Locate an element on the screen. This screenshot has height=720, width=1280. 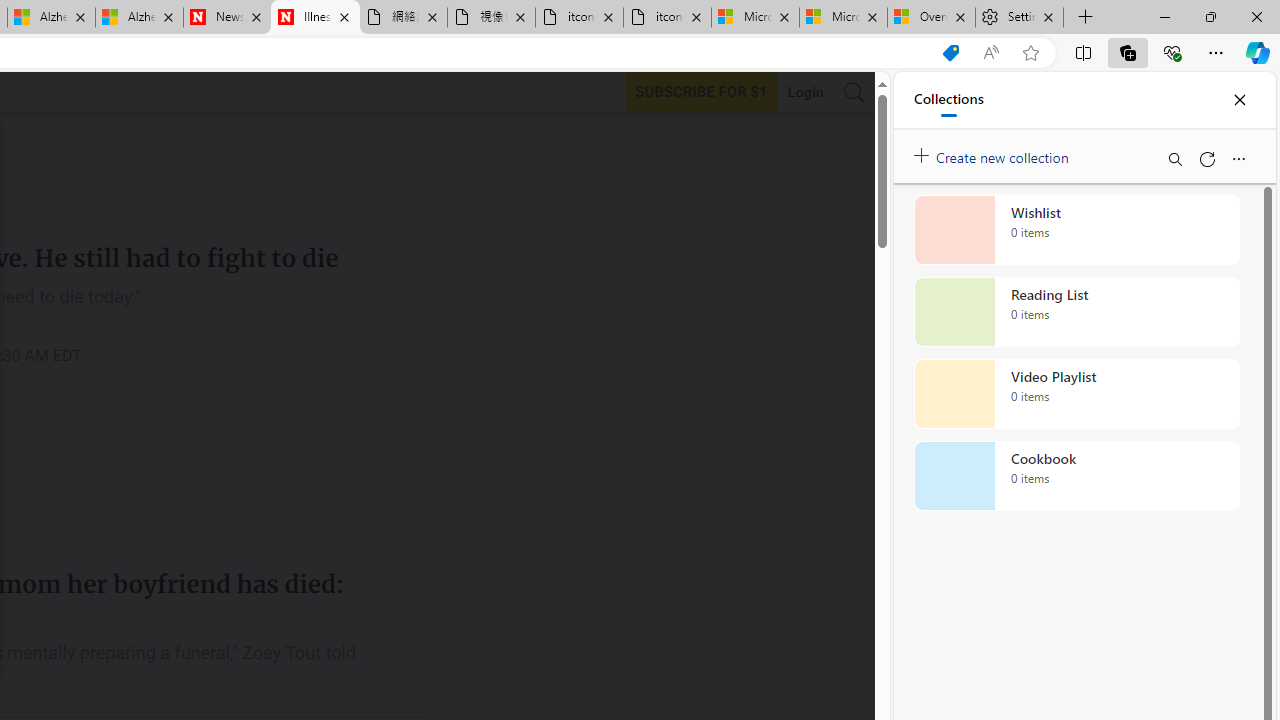
'Subscribe to our service' is located at coordinates (701, 91).